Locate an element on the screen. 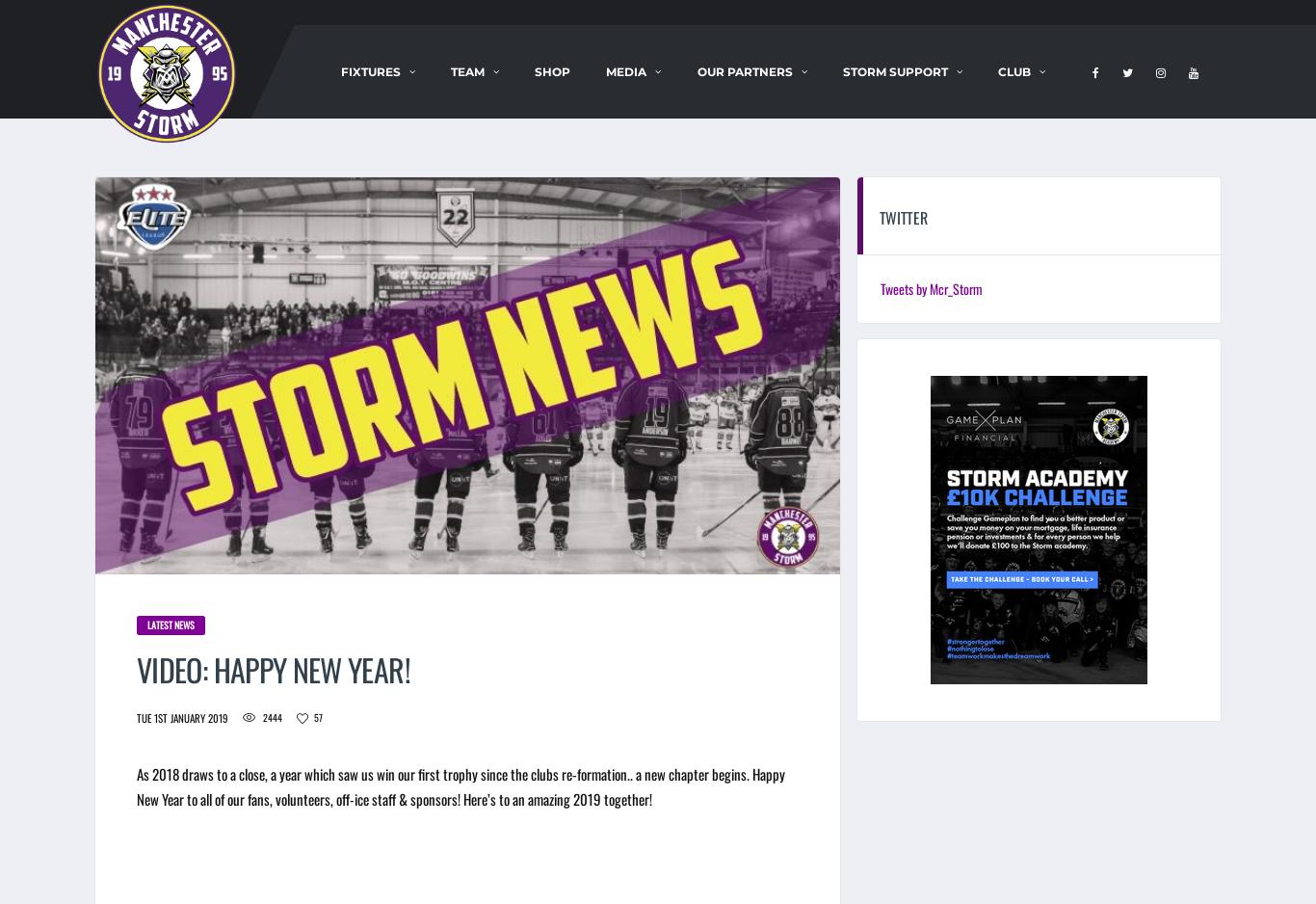 The image size is (1316, 904). 'Staff & Hockey Operations' is located at coordinates (554, 105).